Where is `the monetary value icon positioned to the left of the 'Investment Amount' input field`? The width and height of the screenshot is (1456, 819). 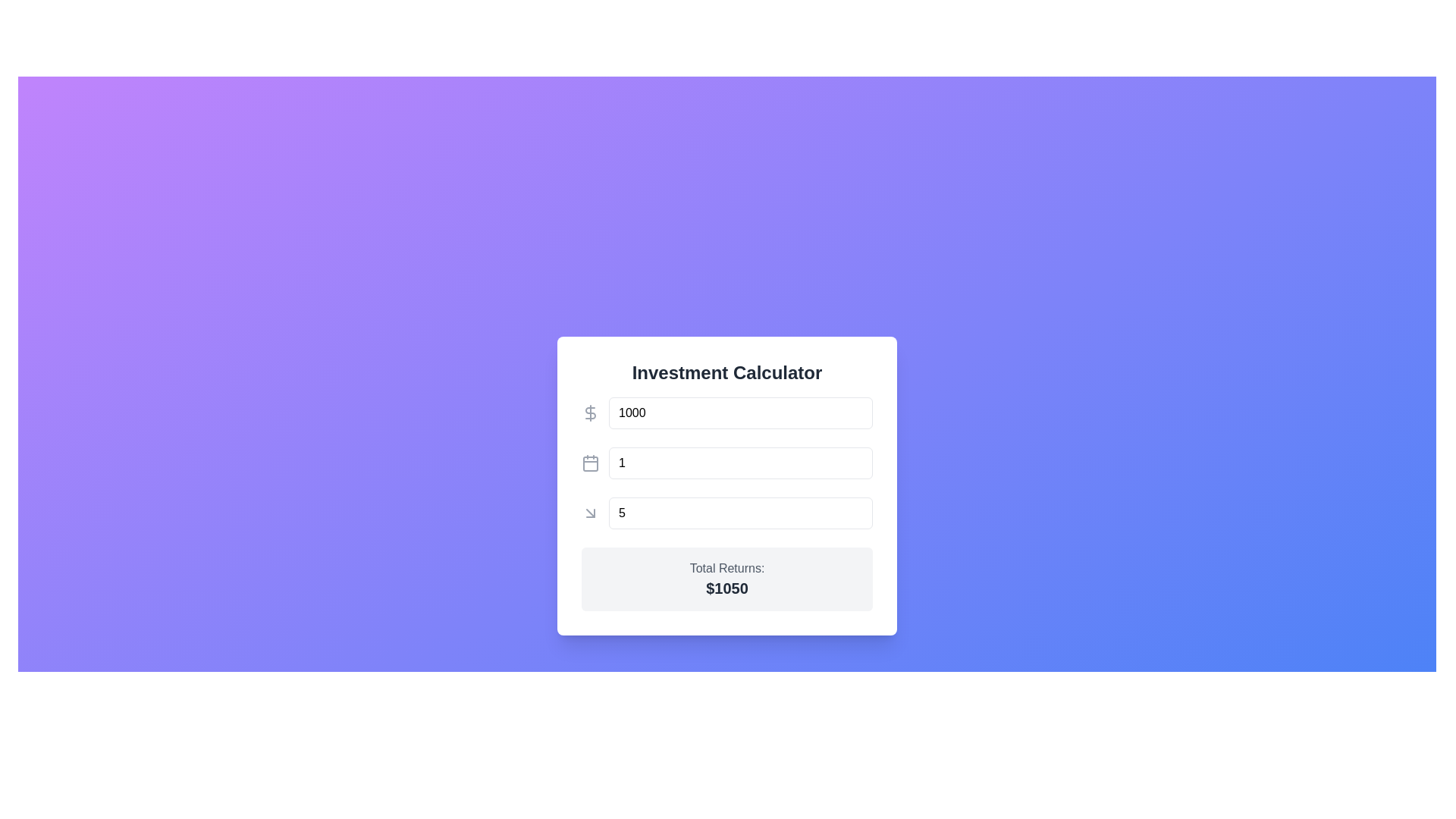
the monetary value icon positioned to the left of the 'Investment Amount' input field is located at coordinates (589, 413).